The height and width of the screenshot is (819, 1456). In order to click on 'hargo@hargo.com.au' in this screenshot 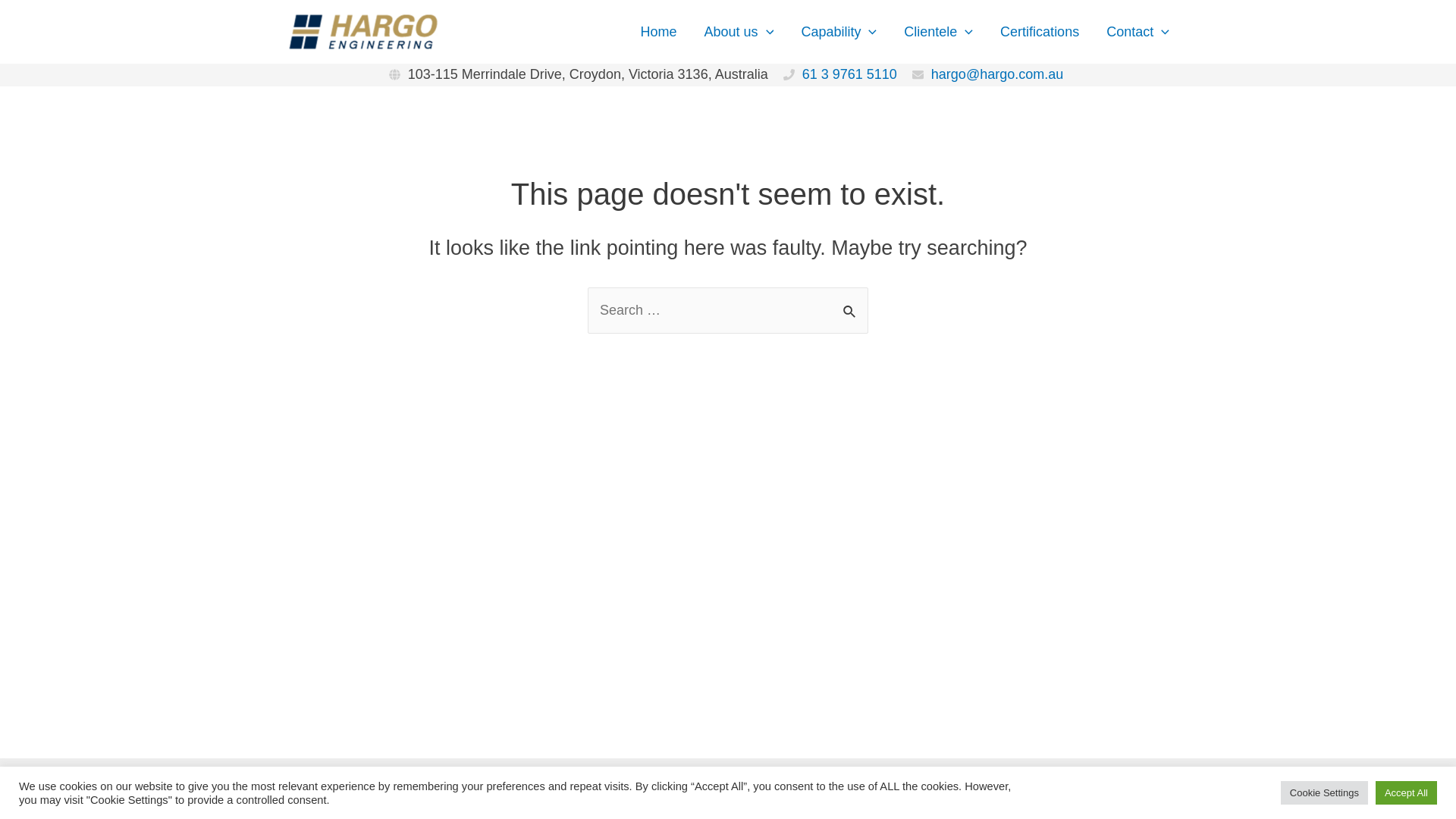, I will do `click(997, 74)`.